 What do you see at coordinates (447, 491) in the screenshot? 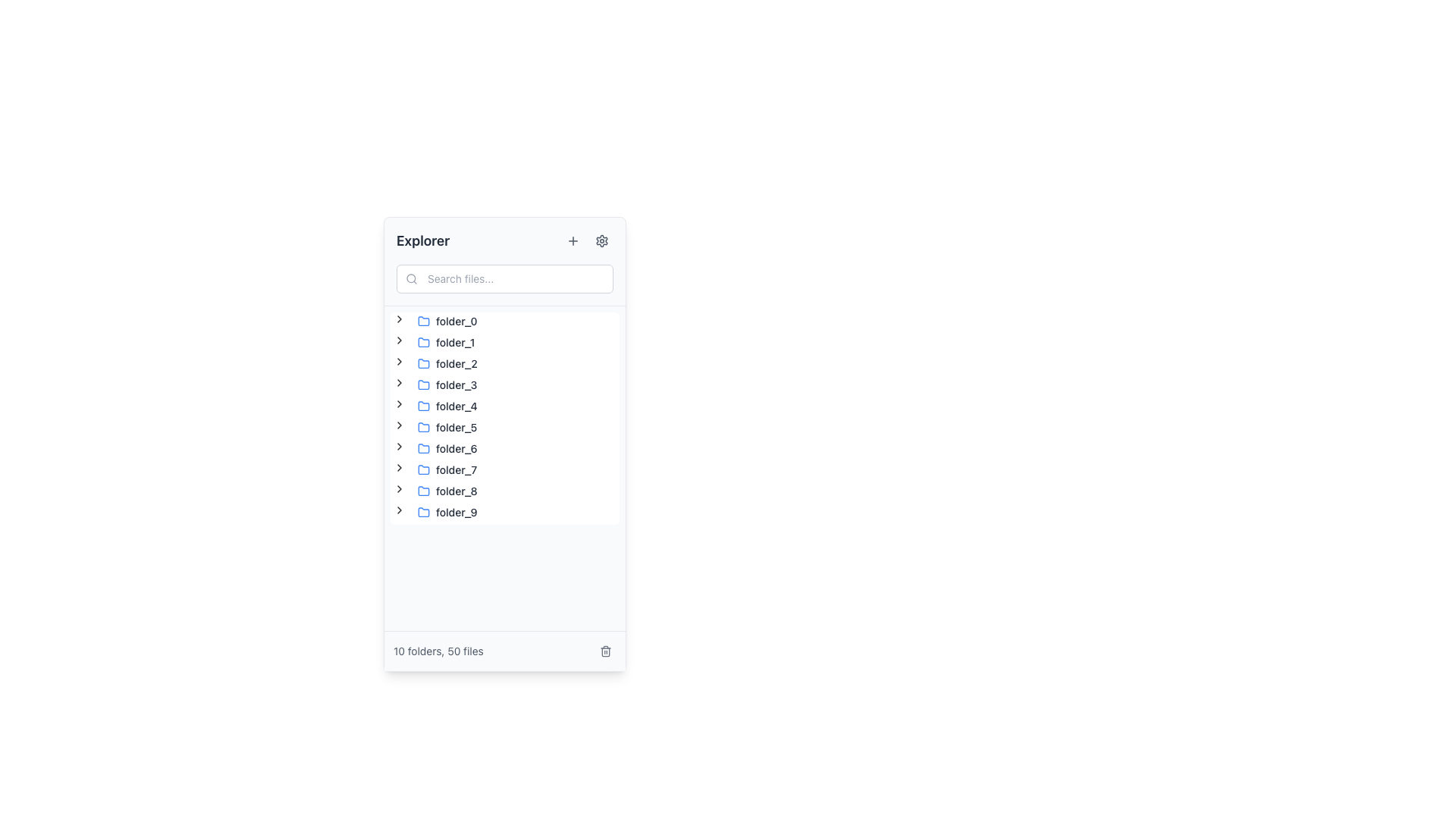
I see `the folder item labeled 'folder_8' in the file explorer for repositioning or organization` at bounding box center [447, 491].